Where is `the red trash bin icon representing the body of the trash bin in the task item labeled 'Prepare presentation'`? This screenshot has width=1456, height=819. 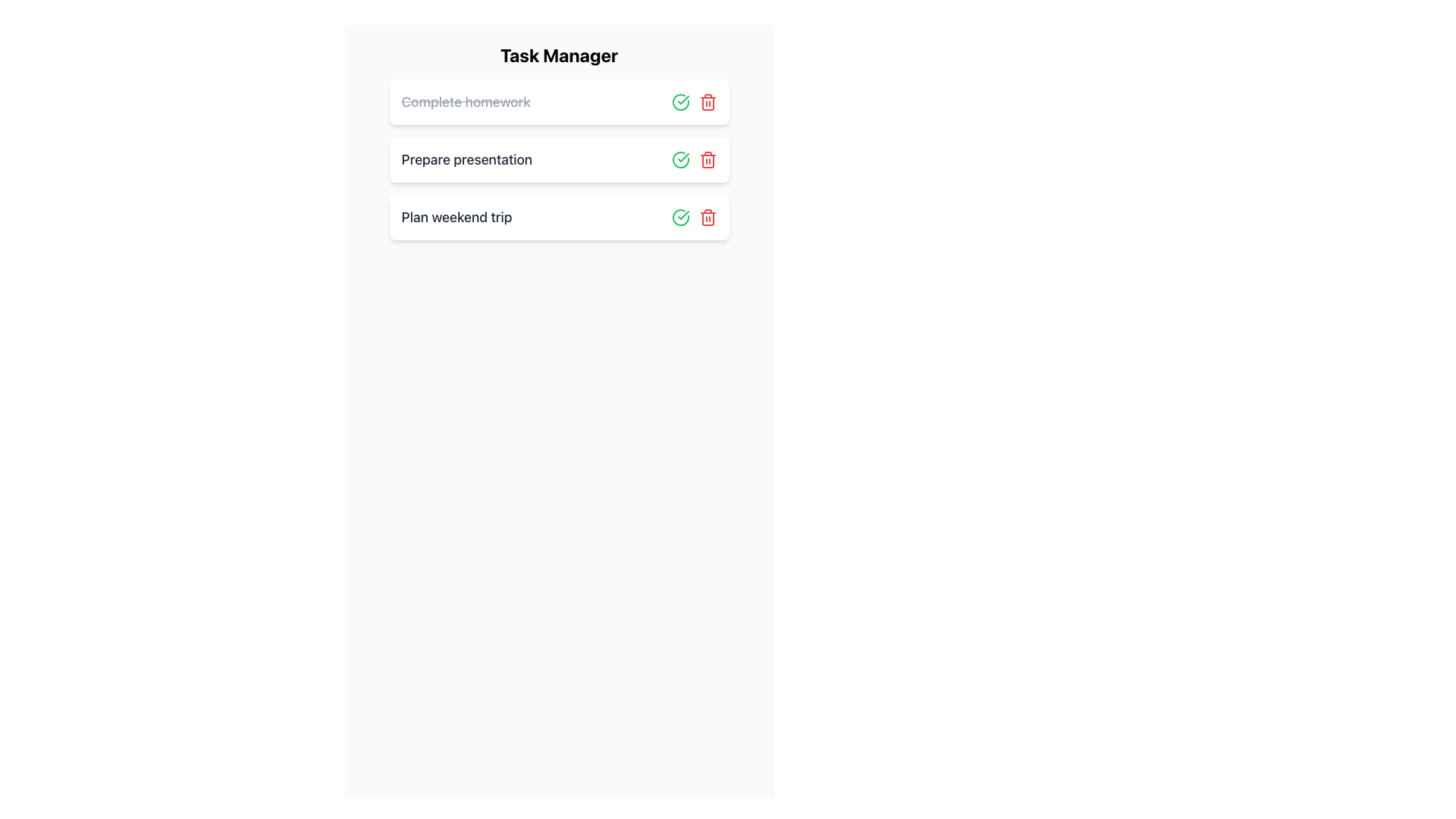 the red trash bin icon representing the body of the trash bin in the task item labeled 'Prepare presentation' is located at coordinates (707, 103).